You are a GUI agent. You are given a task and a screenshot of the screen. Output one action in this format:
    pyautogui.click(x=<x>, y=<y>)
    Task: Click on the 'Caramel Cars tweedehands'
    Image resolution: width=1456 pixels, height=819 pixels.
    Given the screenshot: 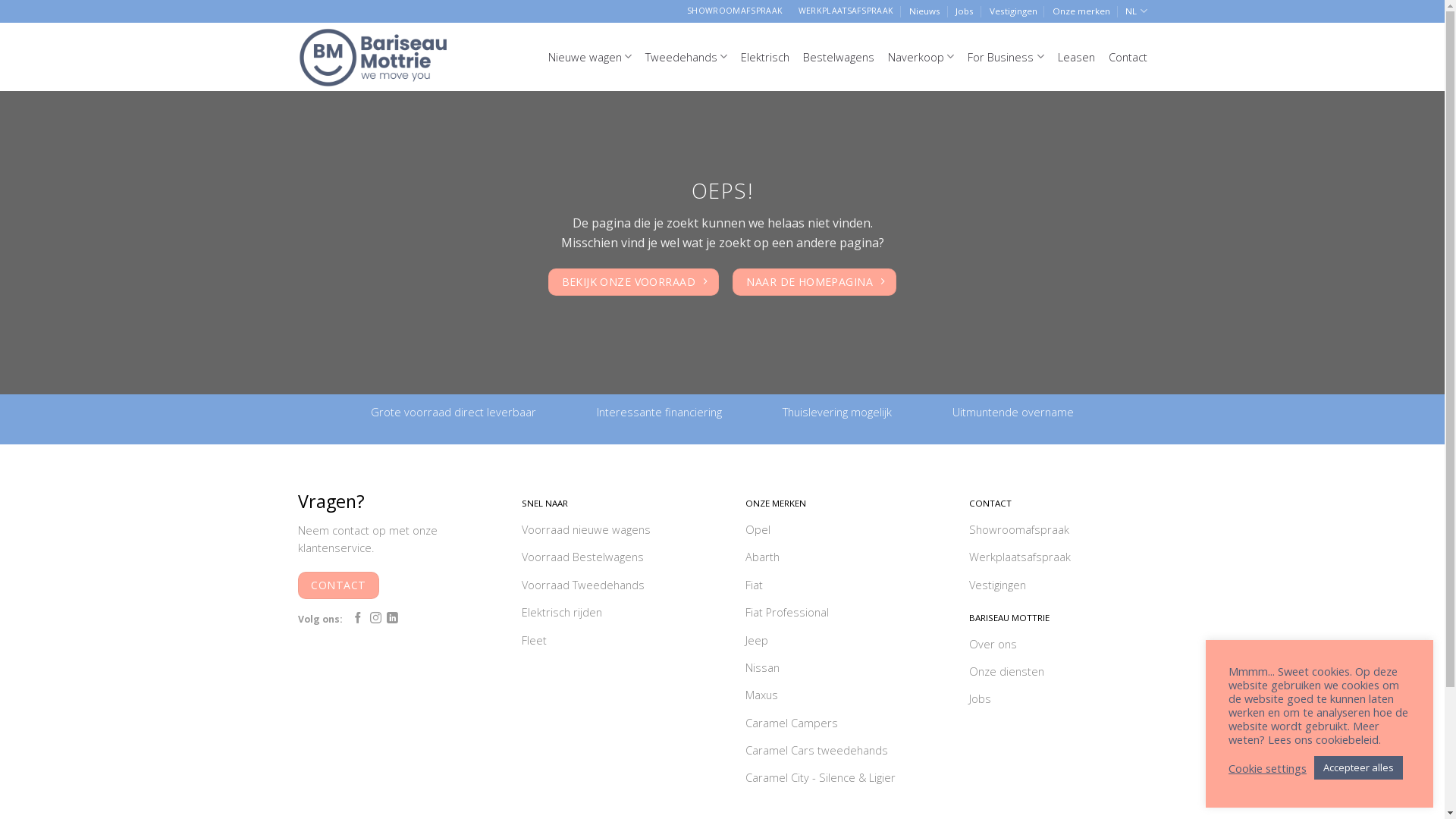 What is the action you would take?
    pyautogui.click(x=745, y=752)
    